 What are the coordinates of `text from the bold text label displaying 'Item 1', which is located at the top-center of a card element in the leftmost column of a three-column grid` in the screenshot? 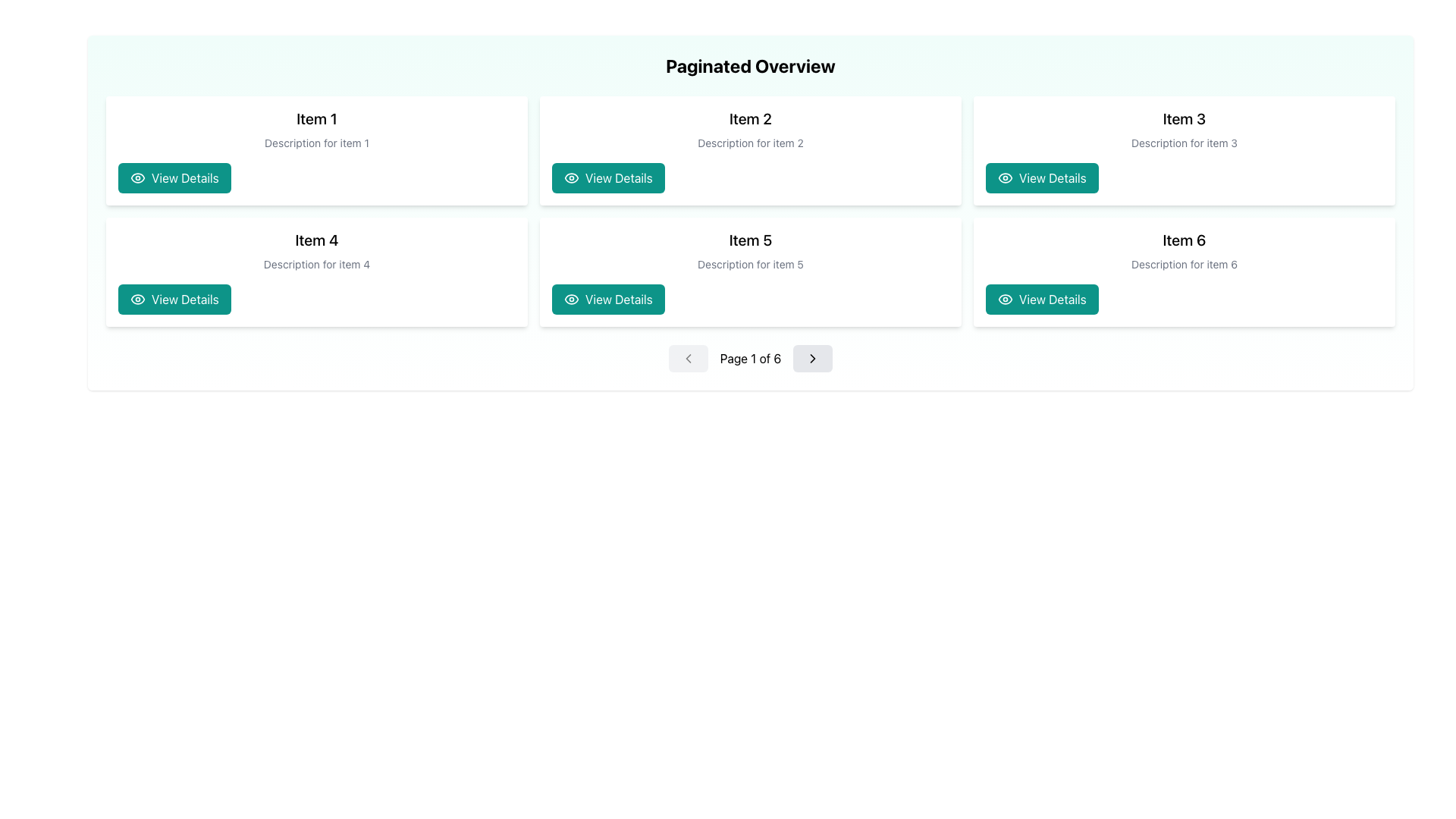 It's located at (315, 118).